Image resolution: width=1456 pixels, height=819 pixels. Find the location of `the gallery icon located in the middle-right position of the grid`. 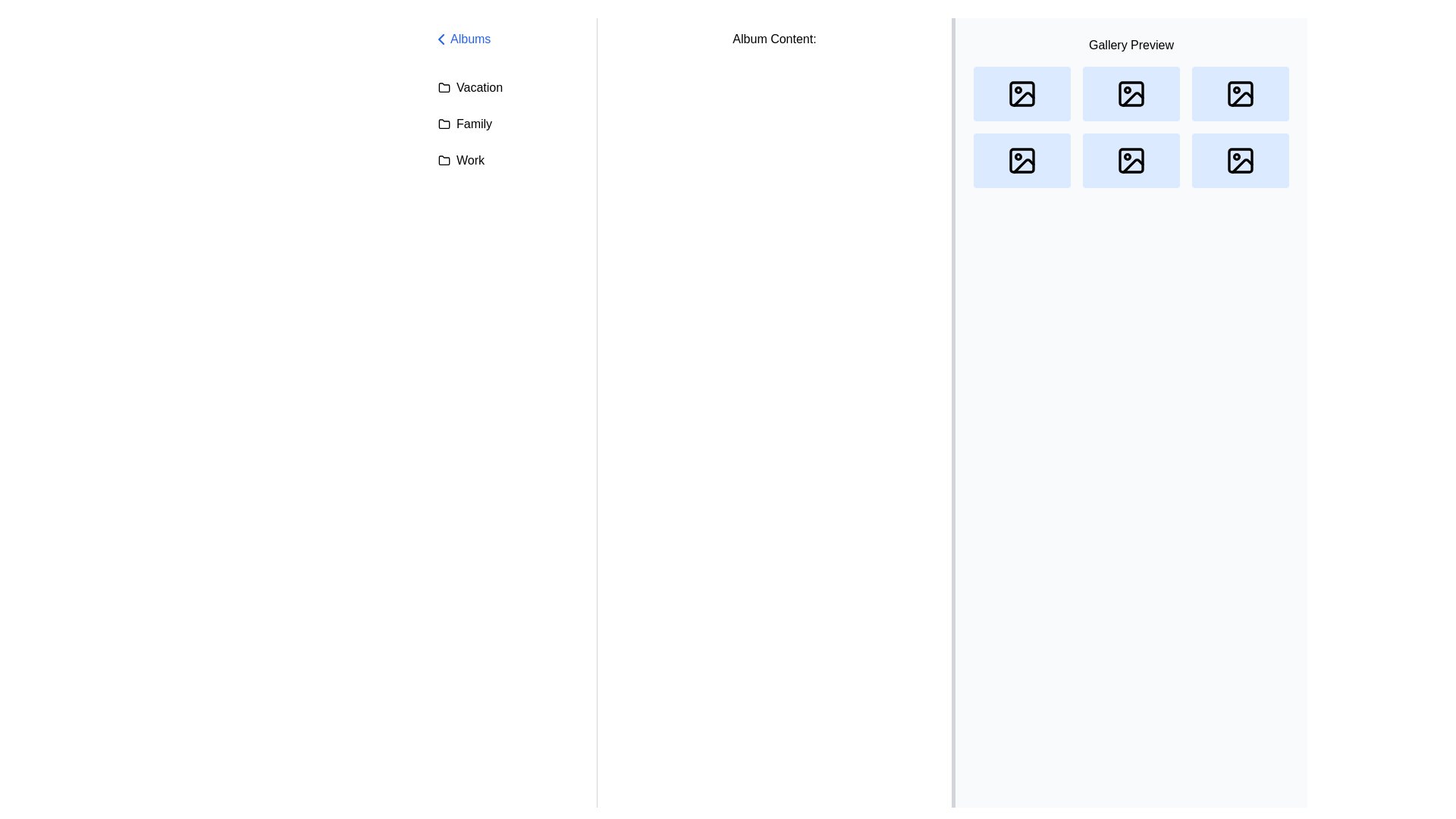

the gallery icon located in the middle-right position of the grid is located at coordinates (1131, 161).